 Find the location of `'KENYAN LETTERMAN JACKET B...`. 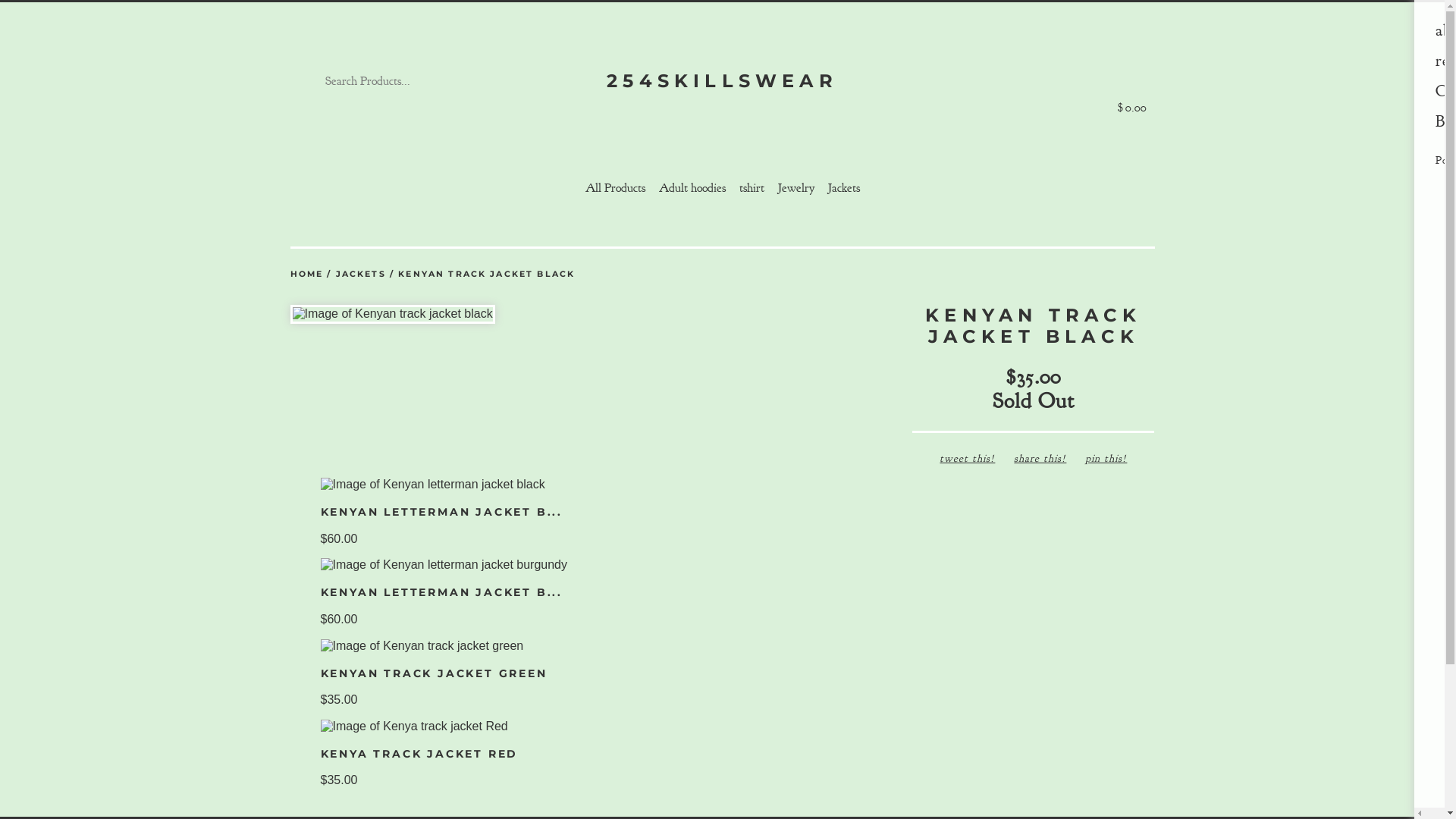

'KENYAN LETTERMAN JACKET B... is located at coordinates (720, 512).